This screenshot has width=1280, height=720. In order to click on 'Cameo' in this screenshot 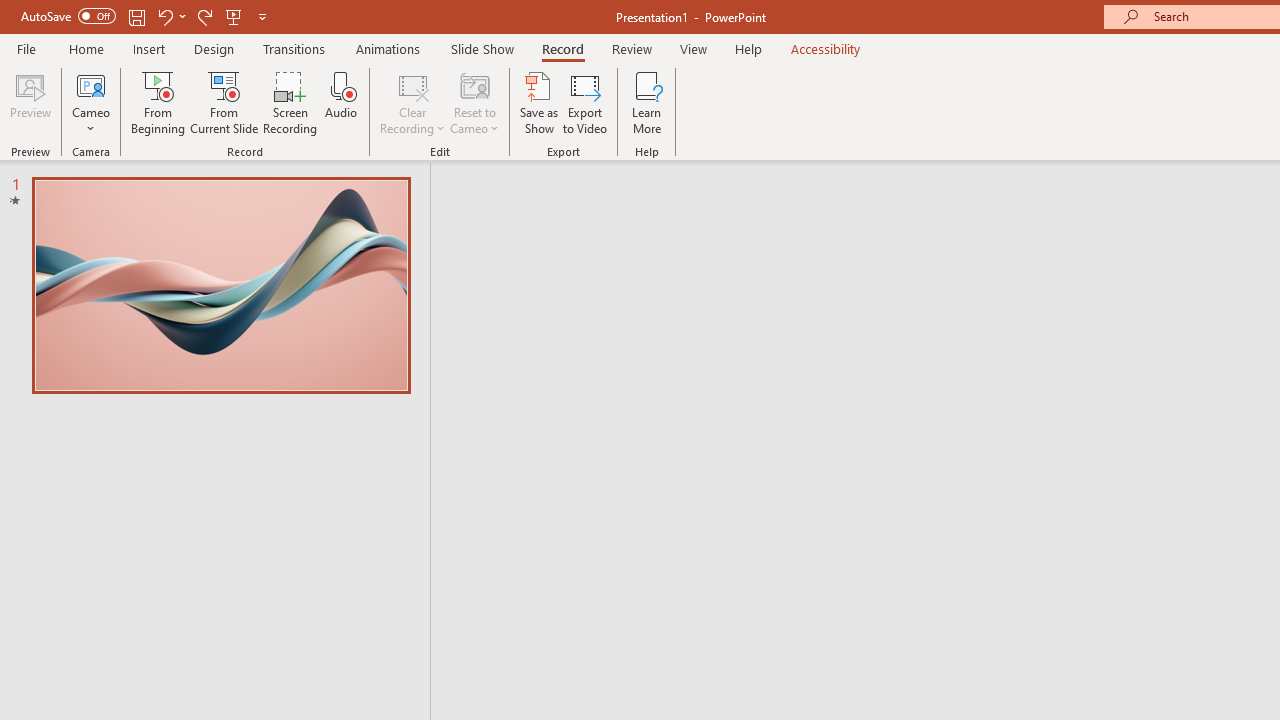, I will do `click(90, 84)`.